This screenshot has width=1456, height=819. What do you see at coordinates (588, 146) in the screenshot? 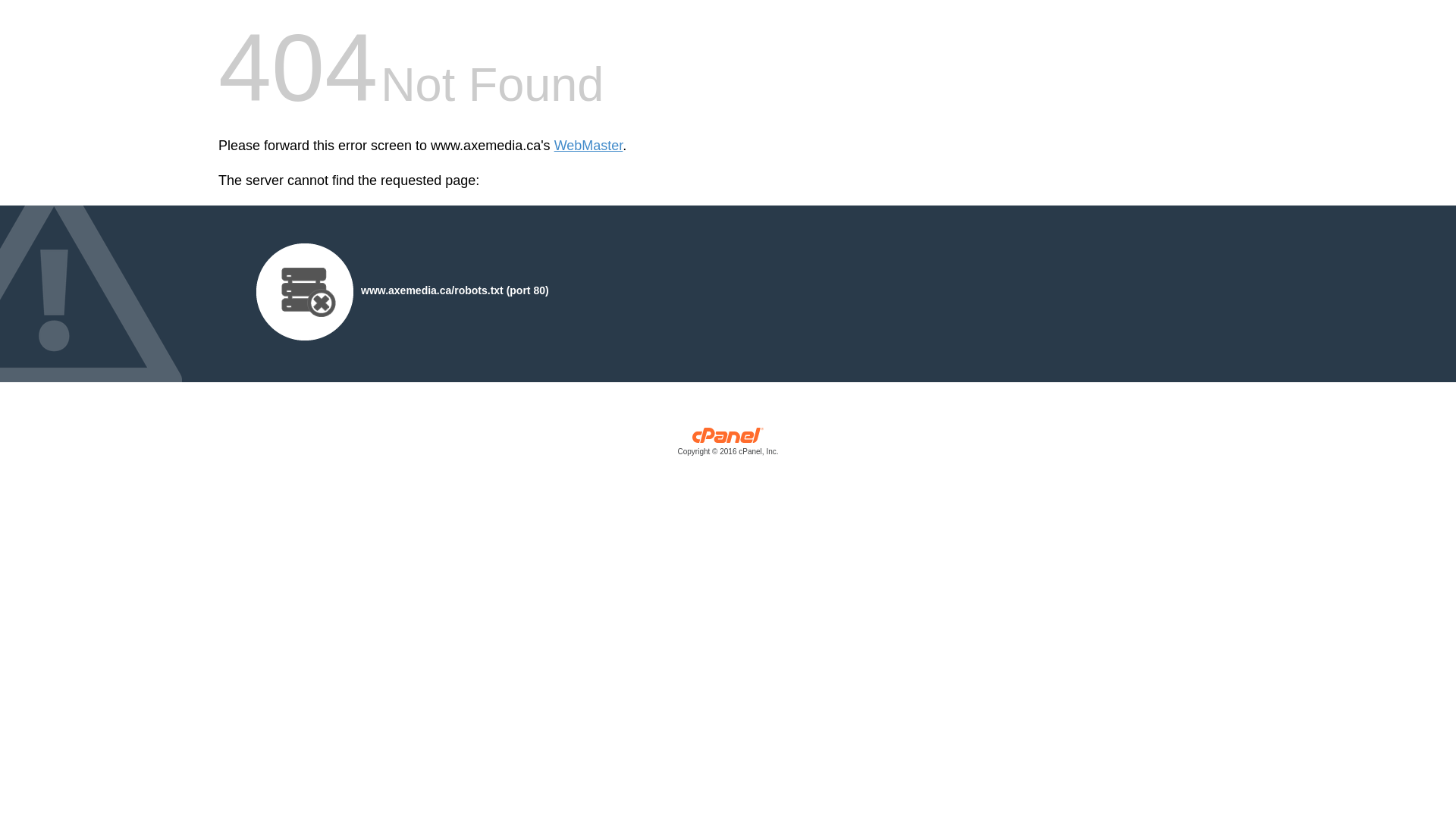
I see `'WebMaster'` at bounding box center [588, 146].